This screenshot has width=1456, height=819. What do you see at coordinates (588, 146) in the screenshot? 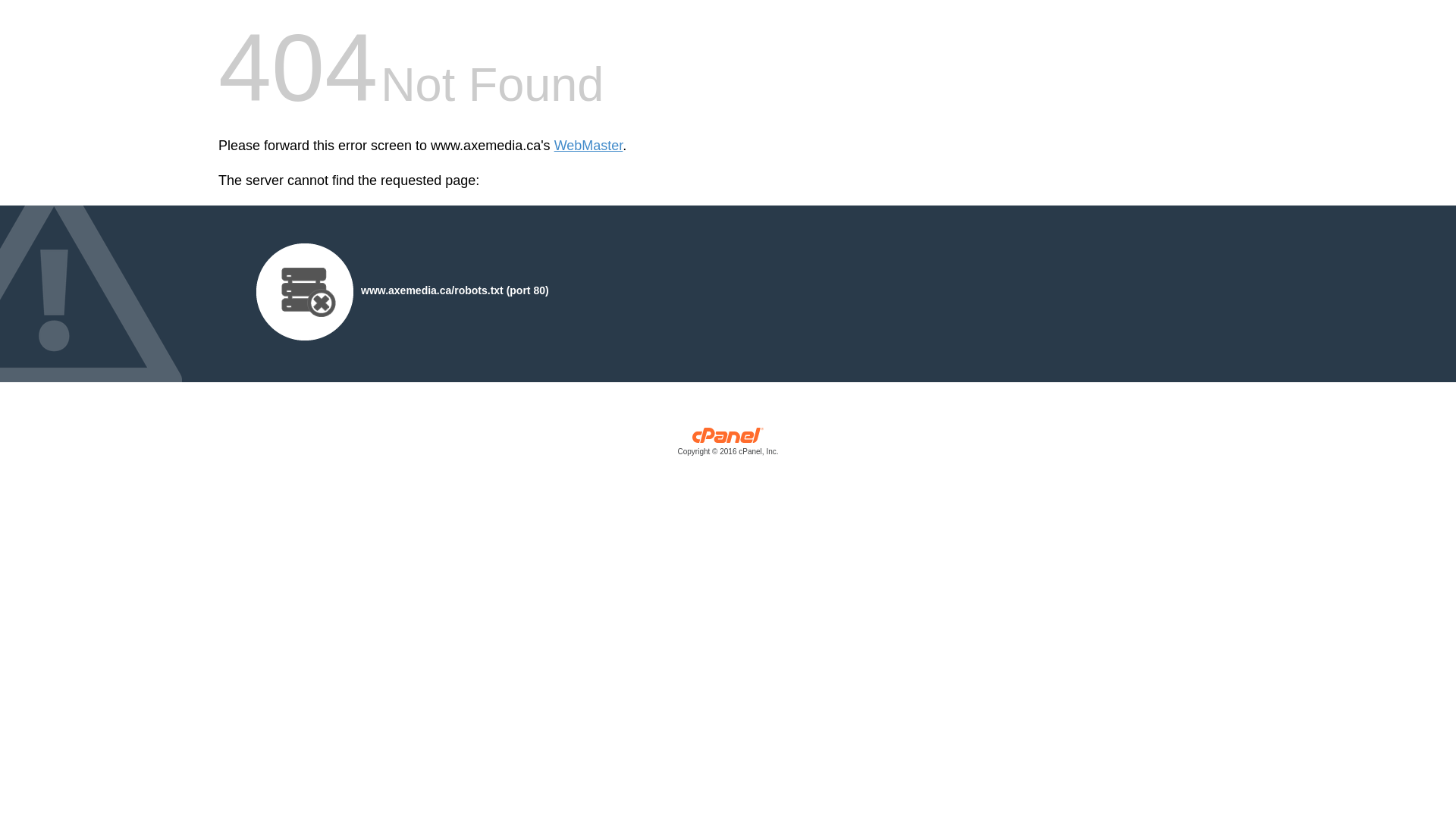
I see `'WebMaster'` at bounding box center [588, 146].